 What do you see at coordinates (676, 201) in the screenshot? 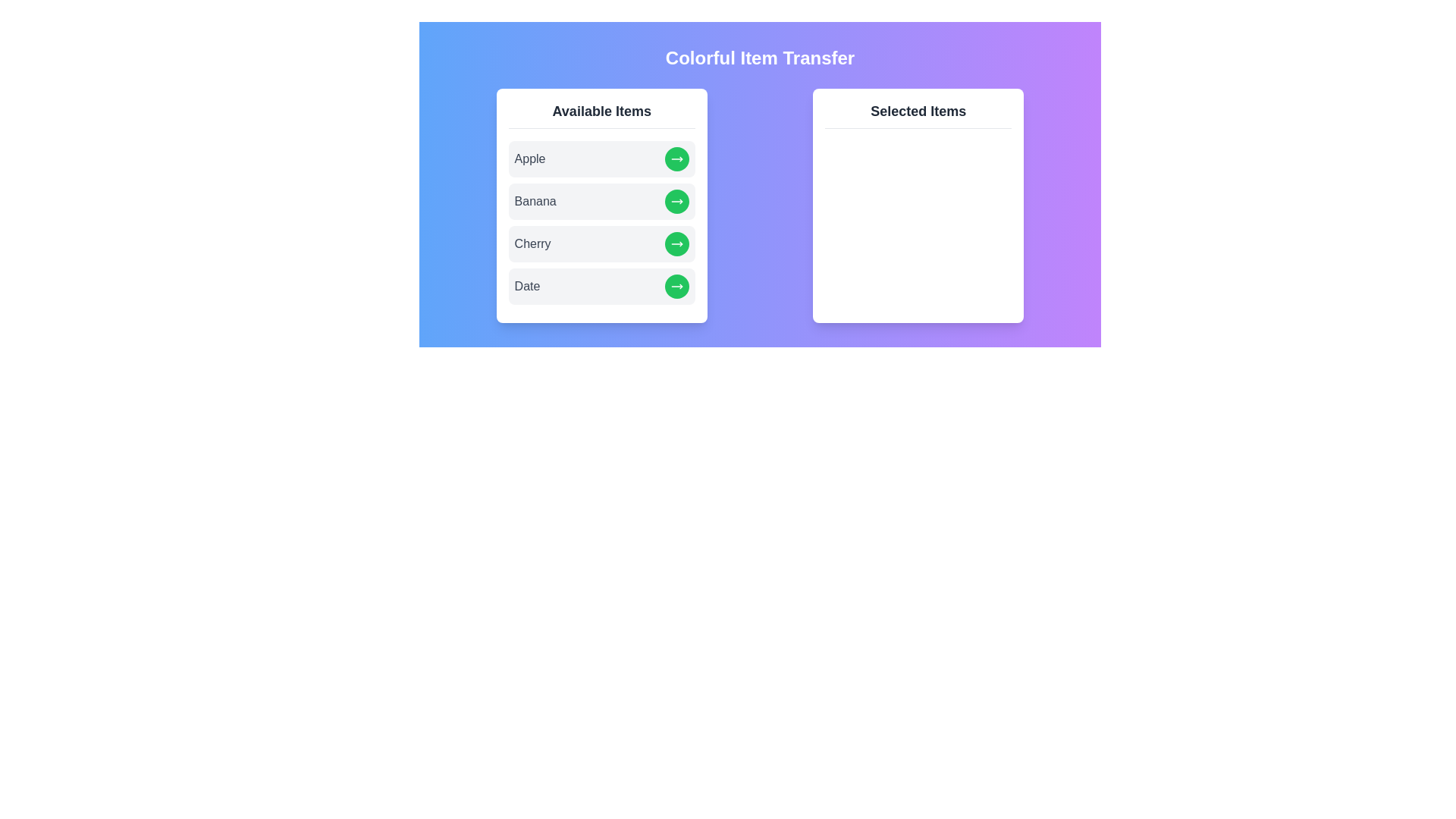
I see `right arrow button next to the item Banana in the 'Available Items' list to transfer it to the 'Selected Items' list` at bounding box center [676, 201].